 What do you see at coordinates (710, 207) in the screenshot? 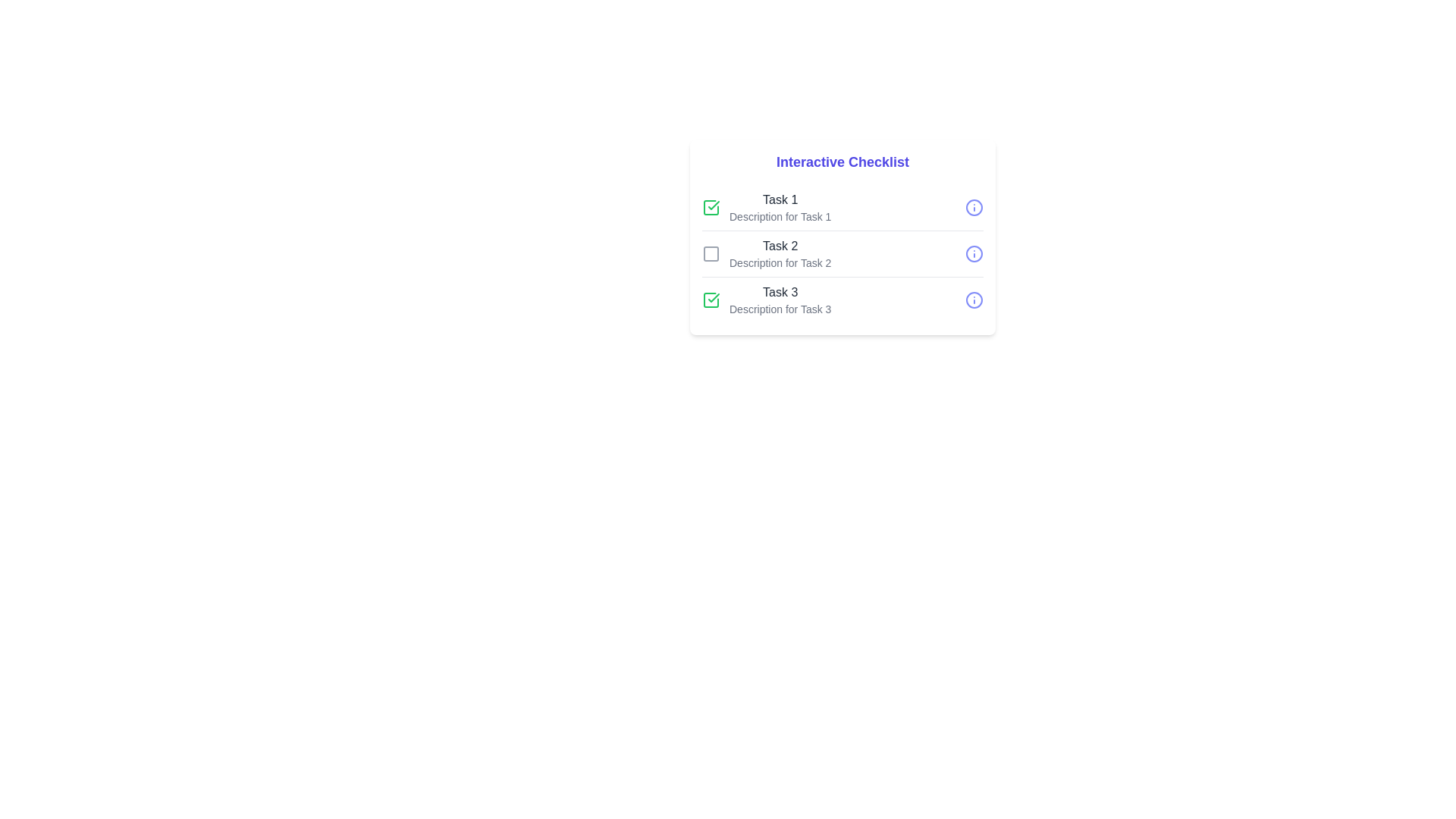
I see `the checkbox button for Task 1 to toggle its state` at bounding box center [710, 207].